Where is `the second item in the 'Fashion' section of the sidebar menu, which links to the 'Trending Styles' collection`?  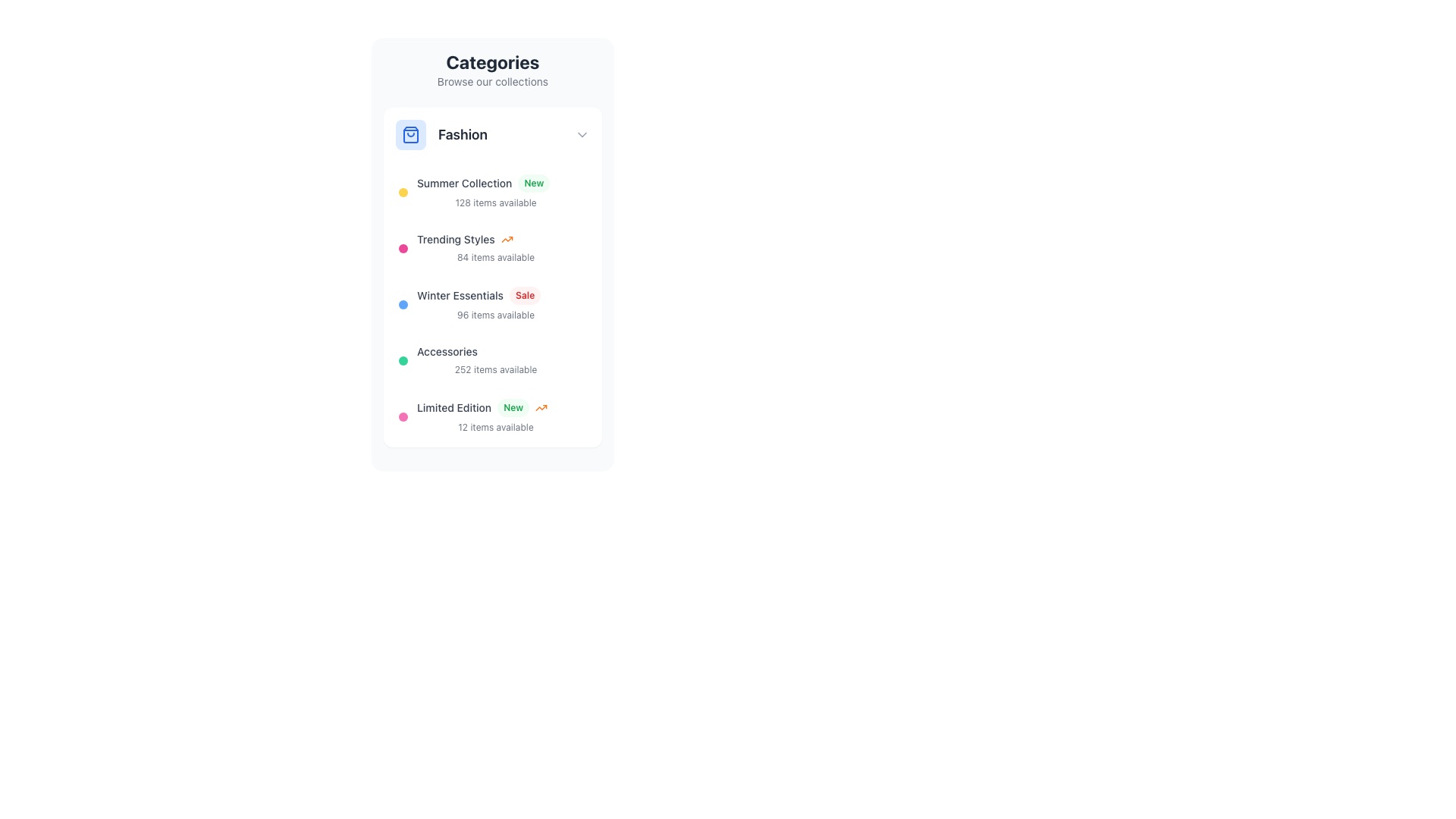
the second item in the 'Fashion' section of the sidebar menu, which links to the 'Trending Styles' collection is located at coordinates (492, 247).